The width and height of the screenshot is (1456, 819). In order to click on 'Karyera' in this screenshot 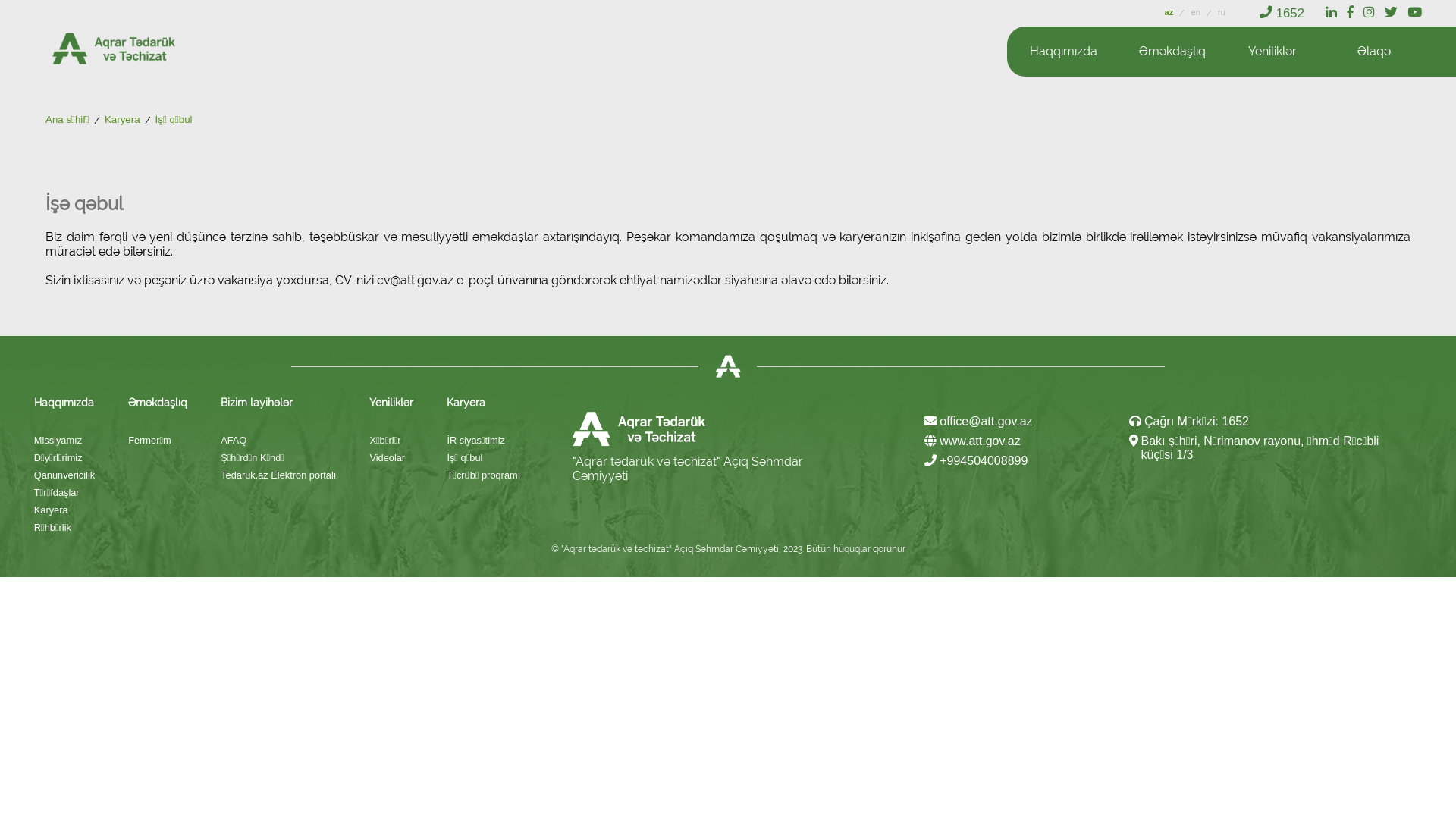, I will do `click(104, 119)`.